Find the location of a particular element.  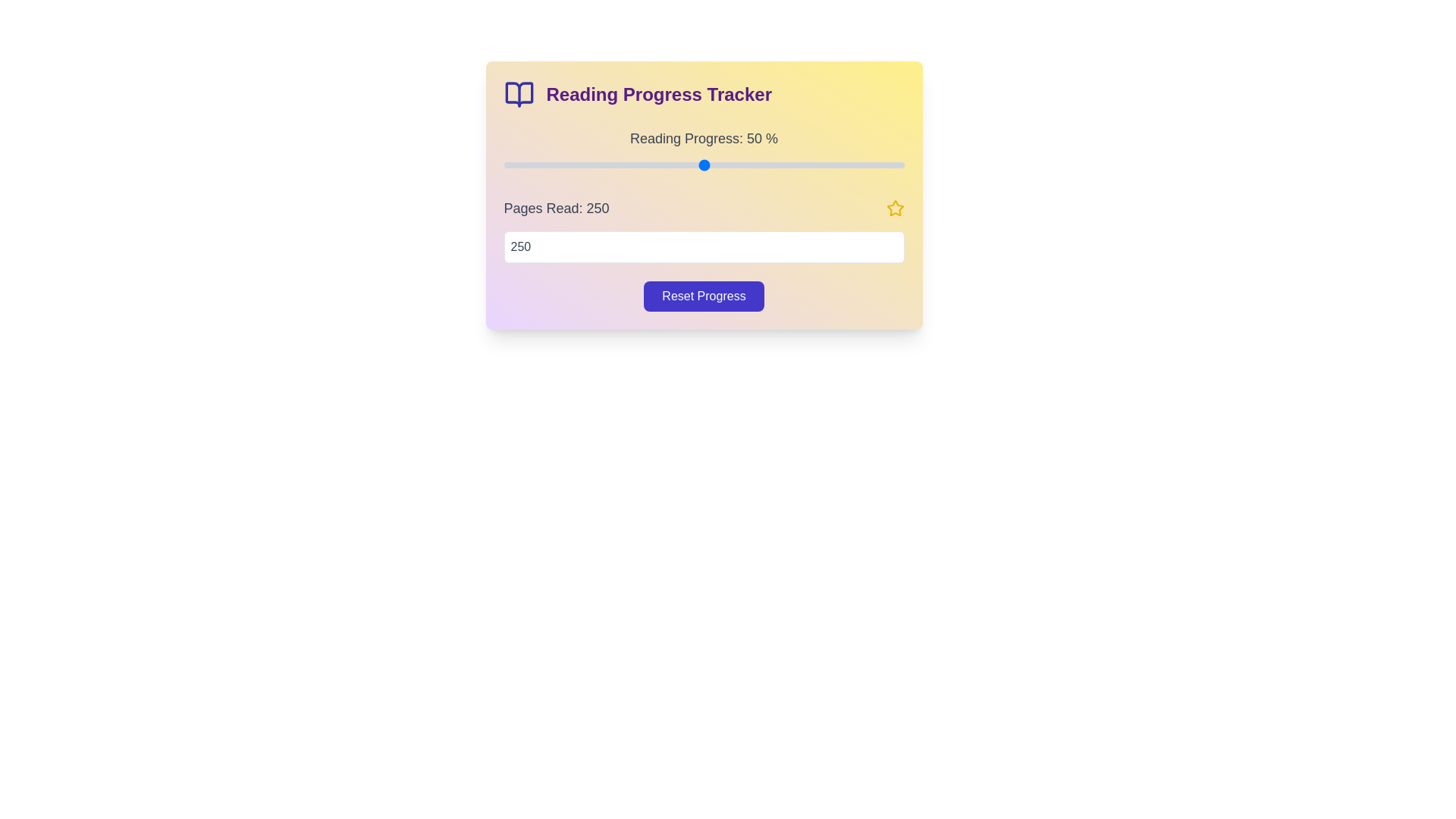

the number of pages read to 447 using the input field is located at coordinates (703, 246).